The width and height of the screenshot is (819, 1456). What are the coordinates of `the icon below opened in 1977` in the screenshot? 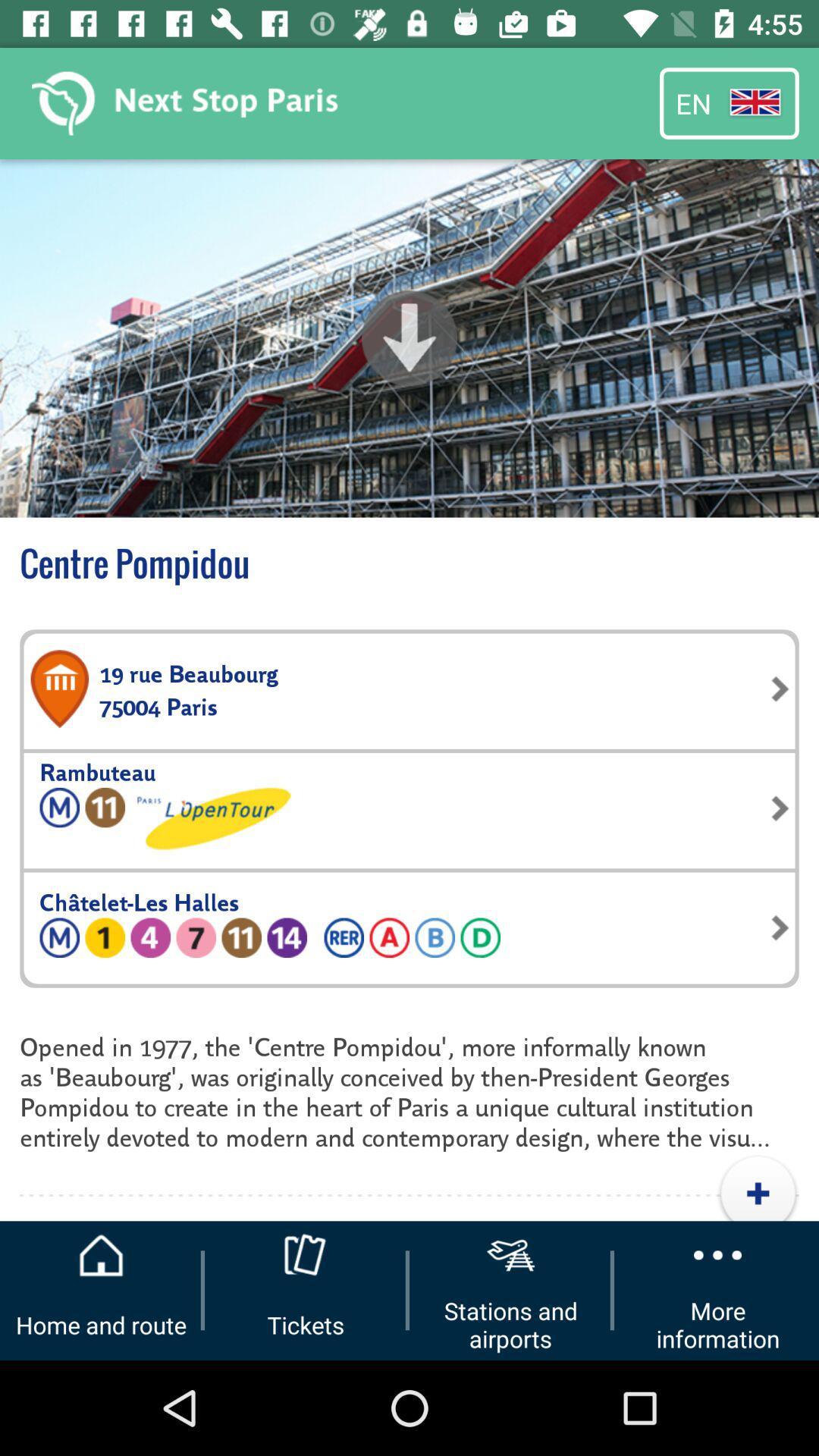 It's located at (758, 1187).